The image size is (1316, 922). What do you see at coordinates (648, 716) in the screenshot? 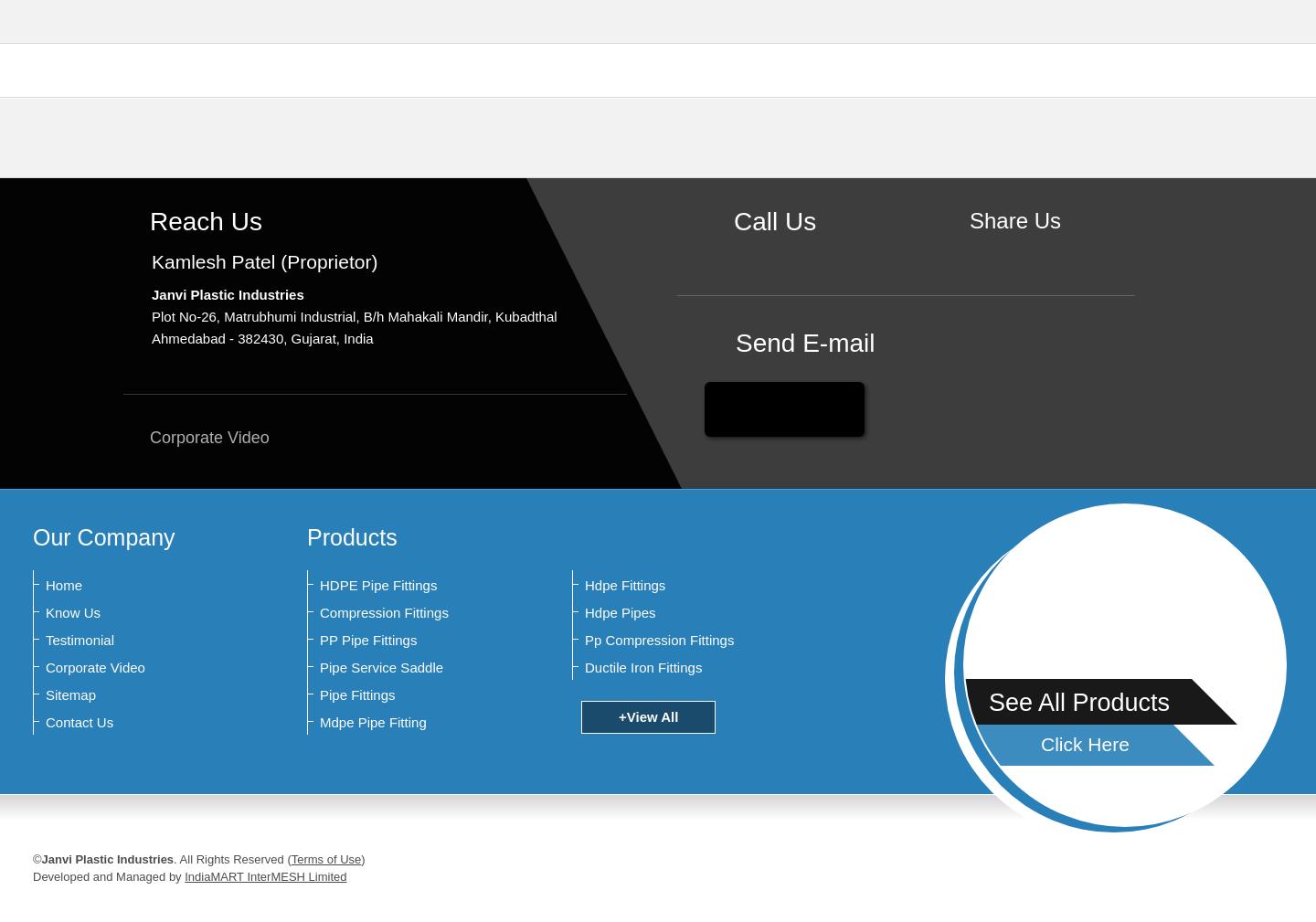
I see `'+View All'` at bounding box center [648, 716].